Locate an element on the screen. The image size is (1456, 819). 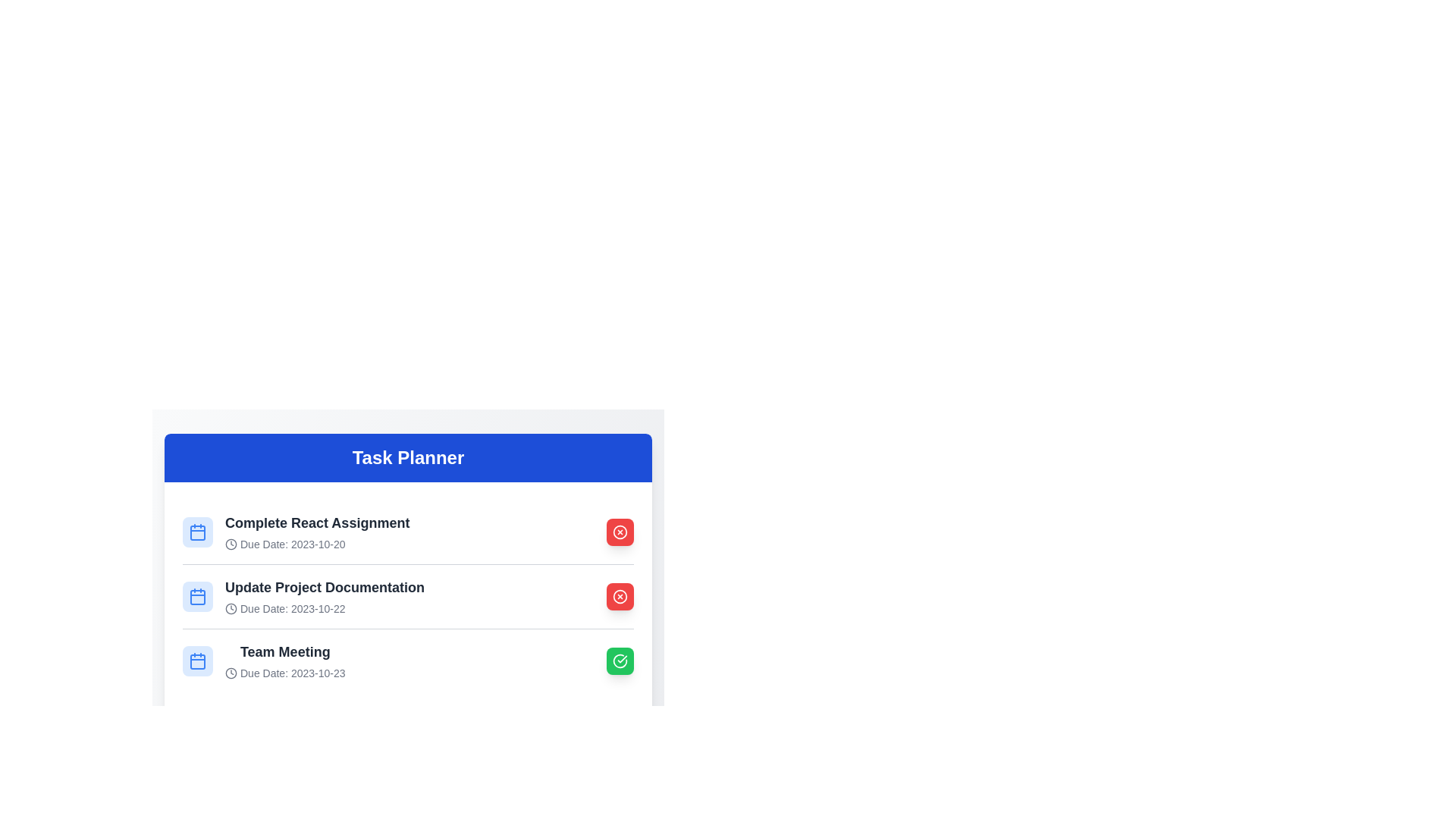
the second task item in the 'Task Planner' section to initiate further interactions or actions is located at coordinates (303, 595).